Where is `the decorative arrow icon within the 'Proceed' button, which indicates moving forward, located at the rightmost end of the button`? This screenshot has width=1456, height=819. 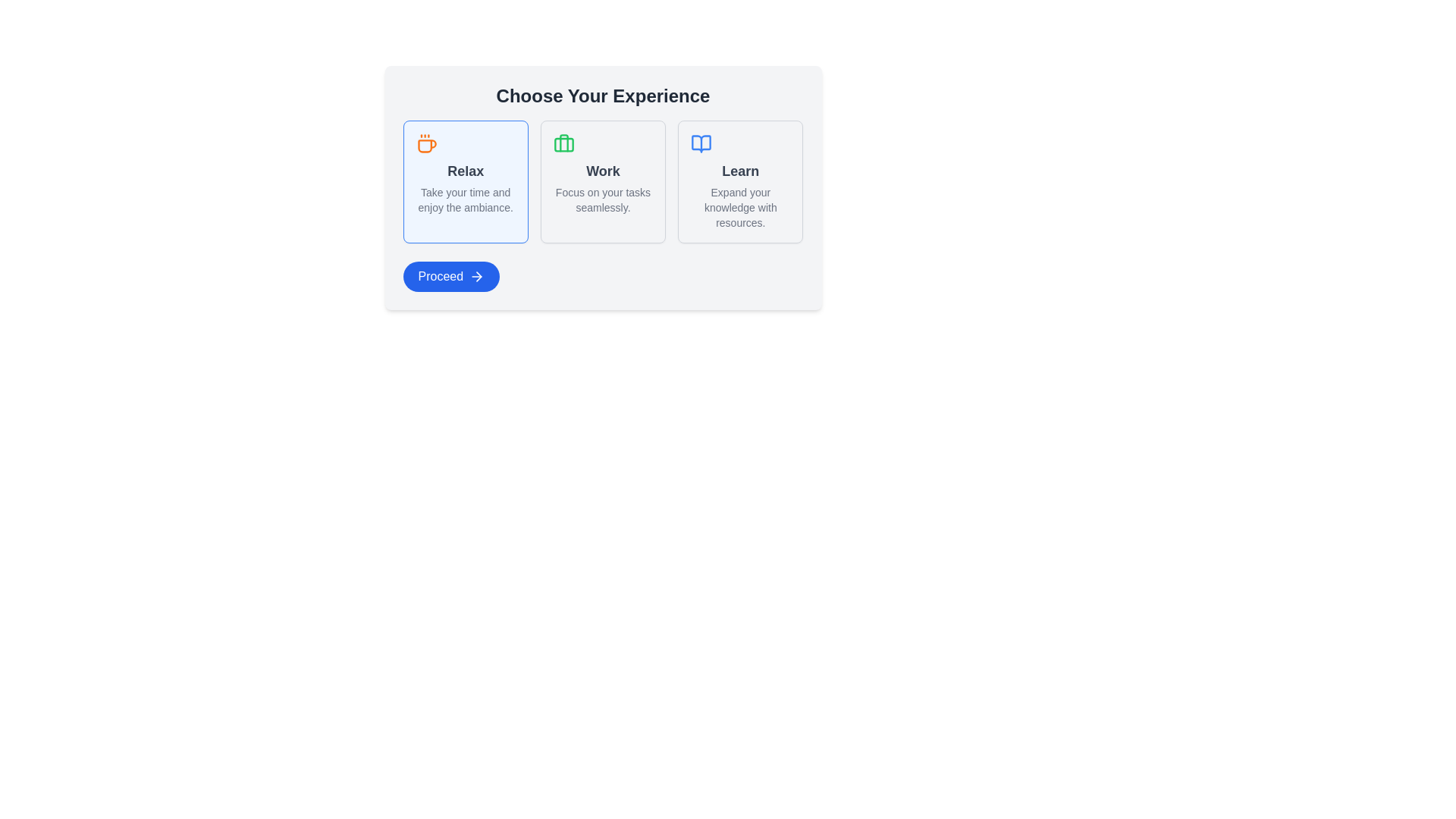 the decorative arrow icon within the 'Proceed' button, which indicates moving forward, located at the rightmost end of the button is located at coordinates (479, 277).